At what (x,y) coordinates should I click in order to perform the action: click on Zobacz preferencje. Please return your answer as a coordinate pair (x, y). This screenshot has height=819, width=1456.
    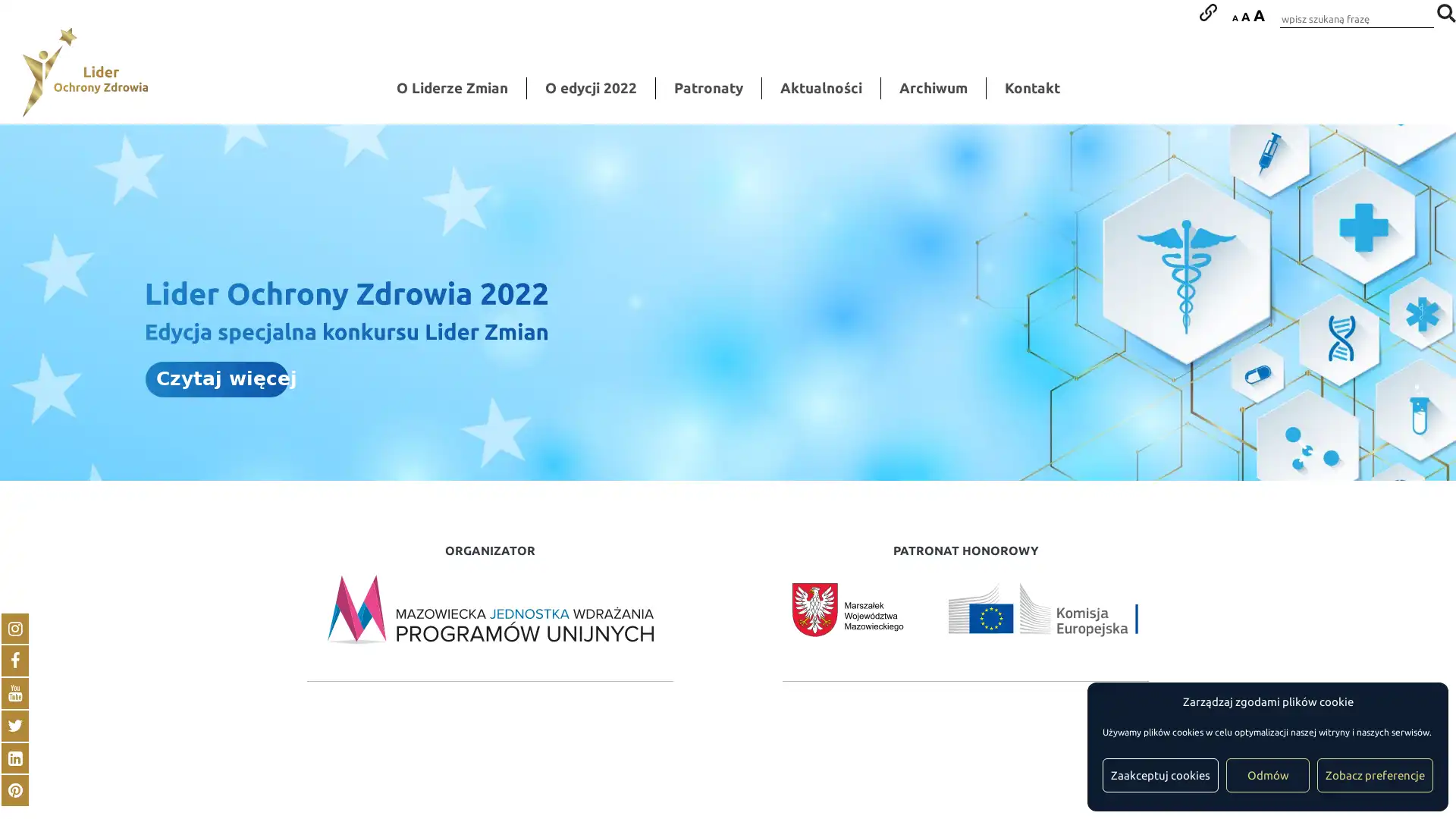
    Looking at the image, I should click on (1375, 775).